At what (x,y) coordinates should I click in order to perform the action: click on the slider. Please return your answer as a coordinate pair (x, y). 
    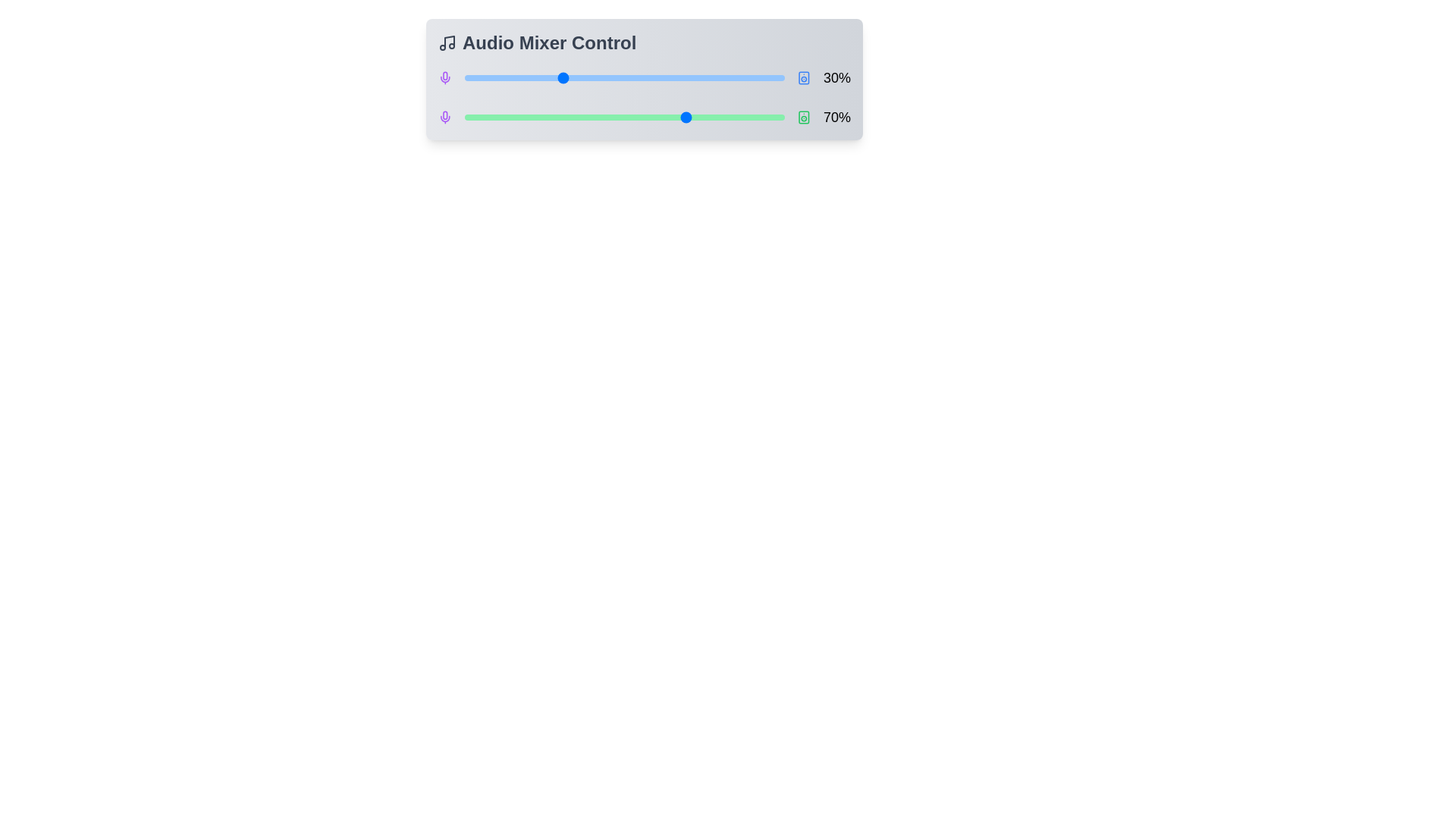
    Looking at the image, I should click on (529, 78).